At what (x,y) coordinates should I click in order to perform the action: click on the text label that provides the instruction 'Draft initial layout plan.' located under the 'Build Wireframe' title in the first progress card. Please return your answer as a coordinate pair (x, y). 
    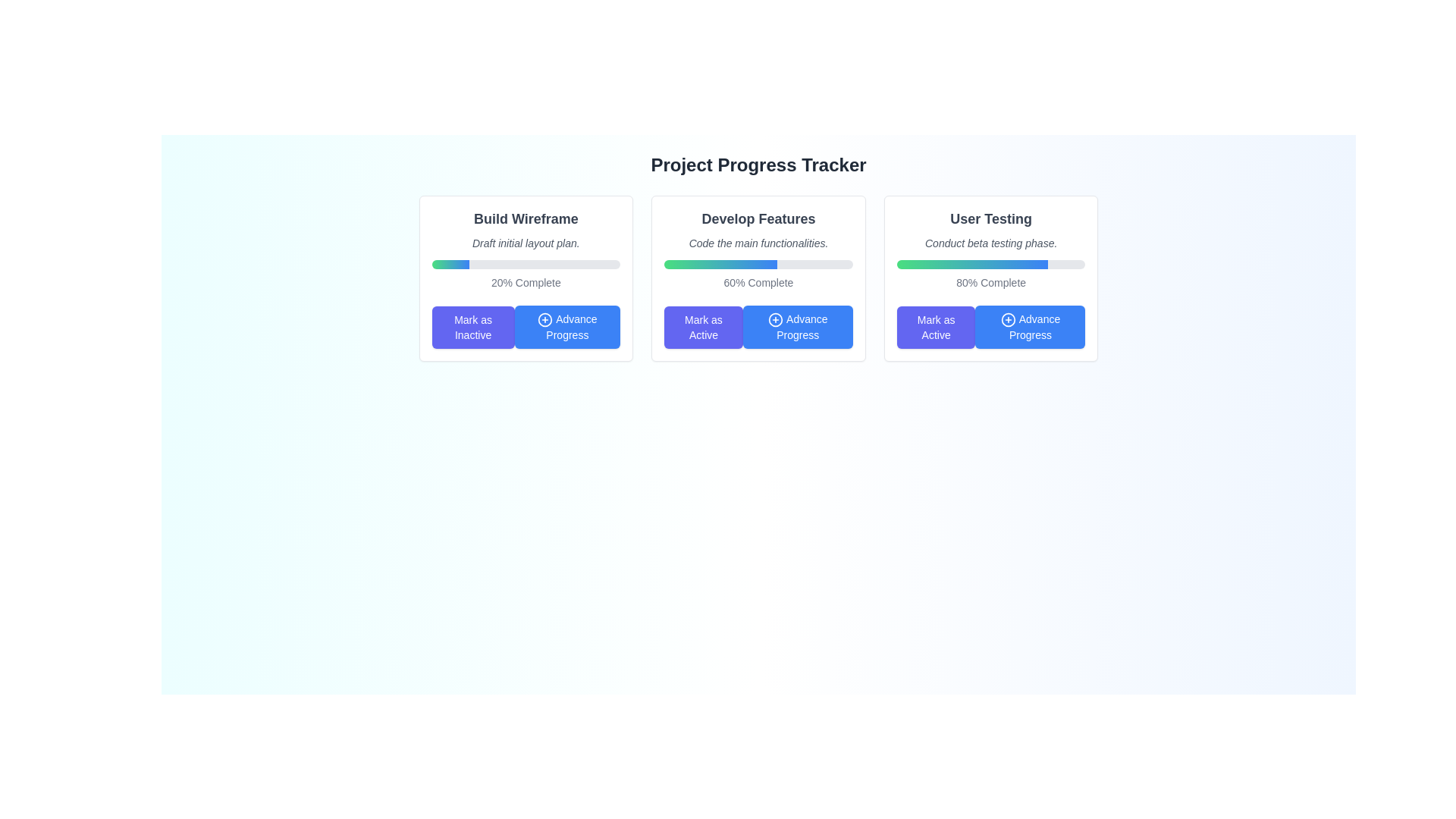
    Looking at the image, I should click on (526, 242).